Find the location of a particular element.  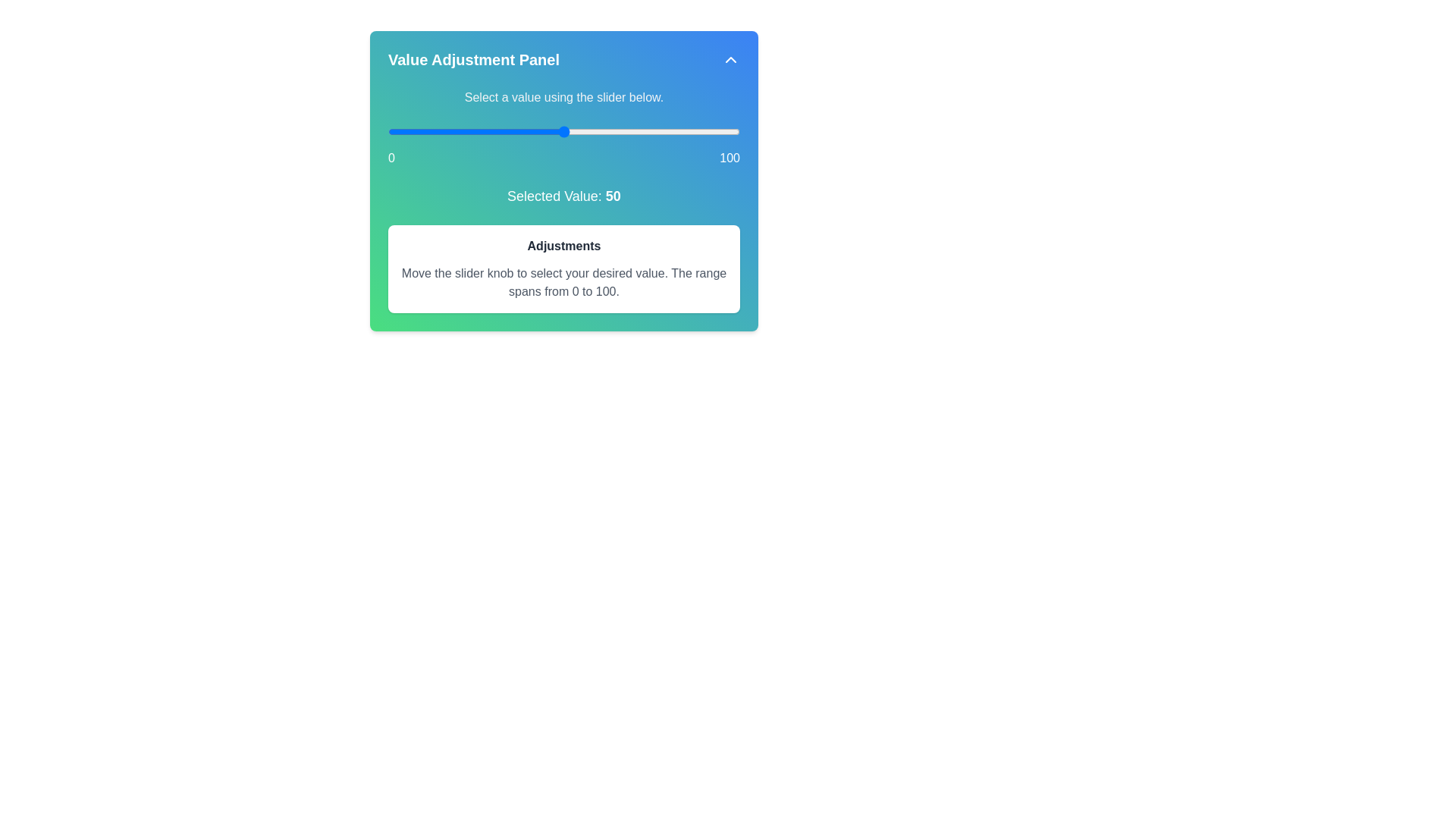

the slider value is located at coordinates (560, 130).